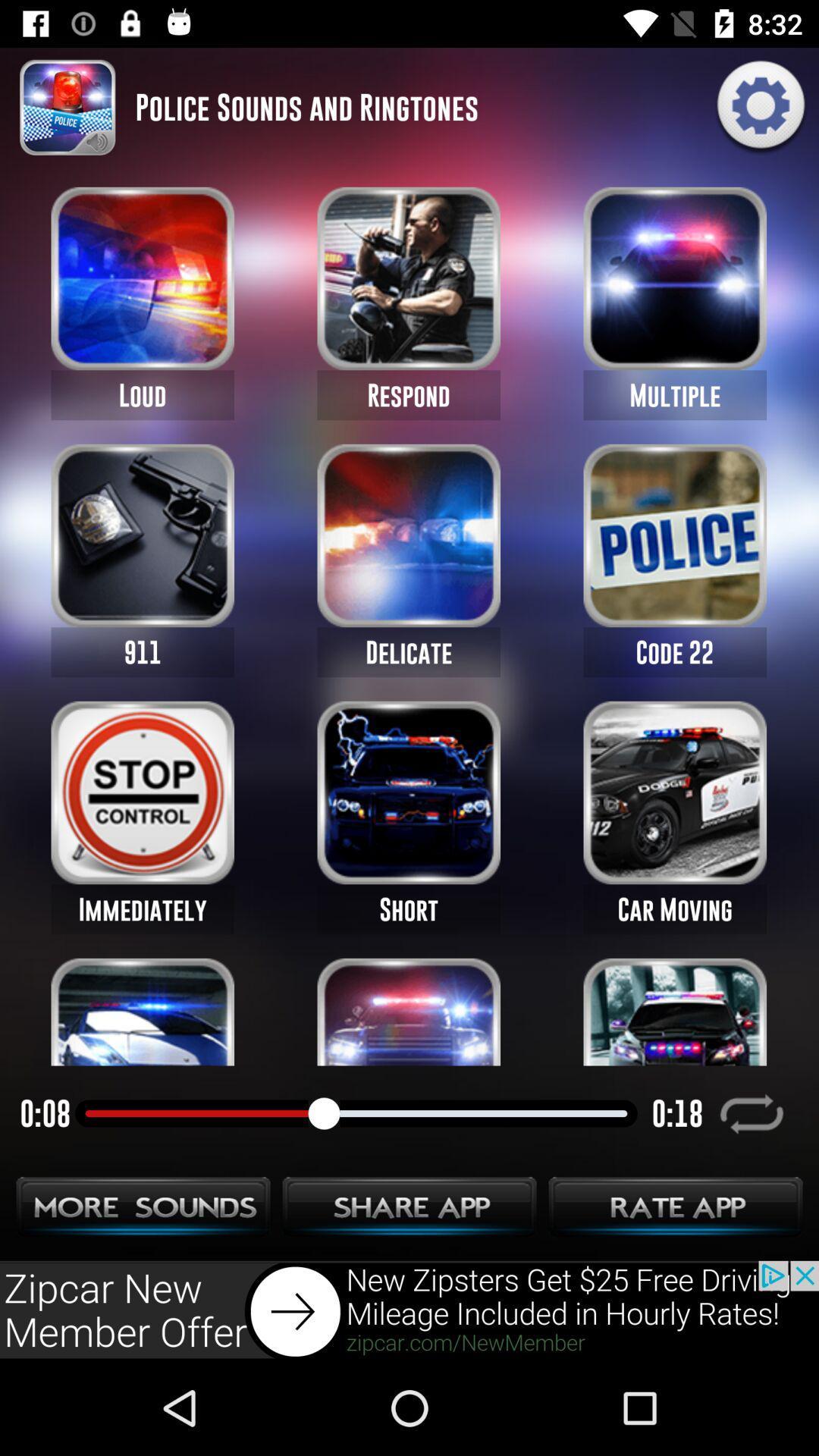  What do you see at coordinates (143, 792) in the screenshot?
I see `the image above immediately` at bounding box center [143, 792].